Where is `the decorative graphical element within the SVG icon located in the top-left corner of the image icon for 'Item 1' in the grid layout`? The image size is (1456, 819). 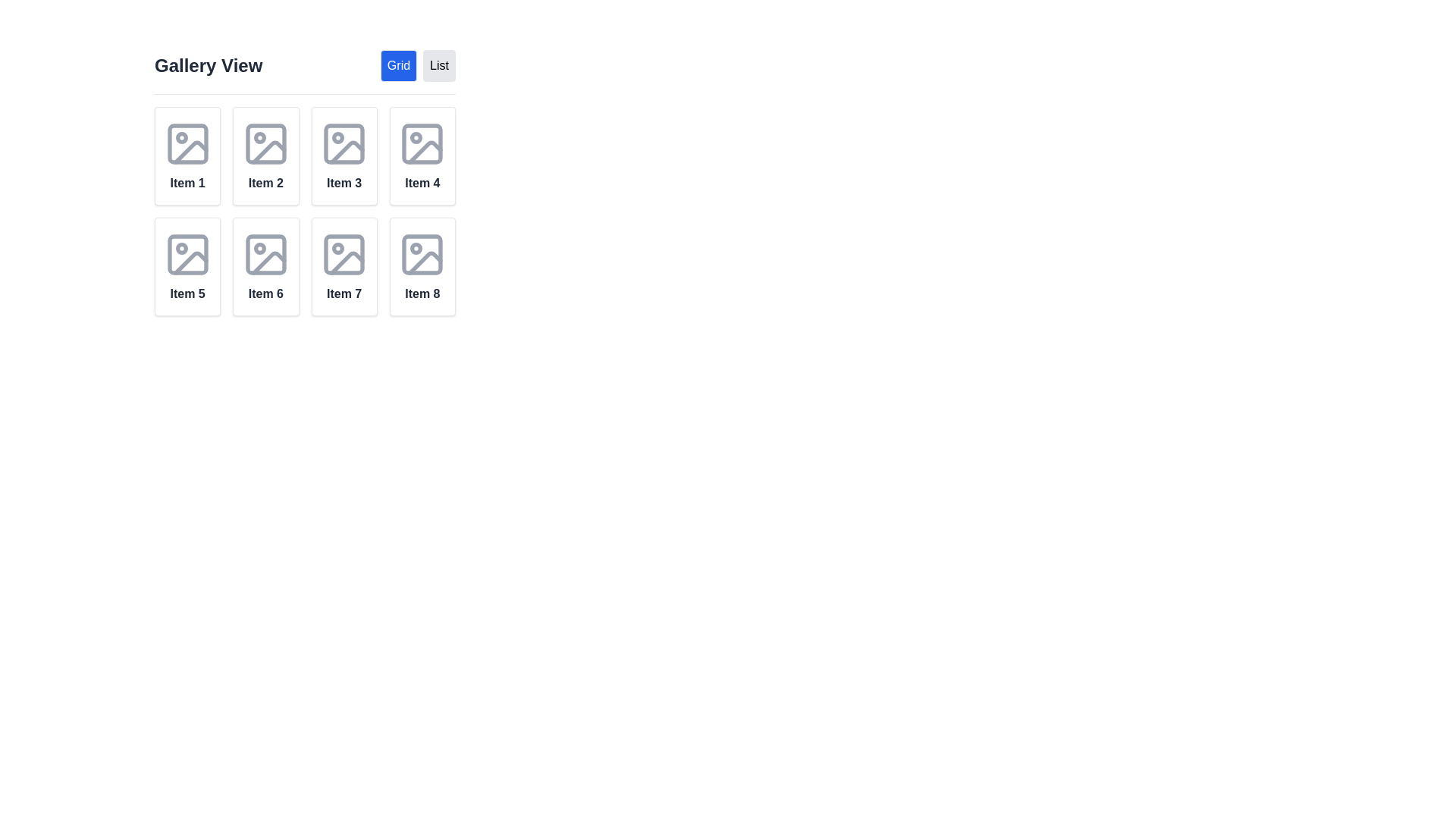
the decorative graphical element within the SVG icon located in the top-left corner of the image icon for 'Item 1' in the grid layout is located at coordinates (187, 143).